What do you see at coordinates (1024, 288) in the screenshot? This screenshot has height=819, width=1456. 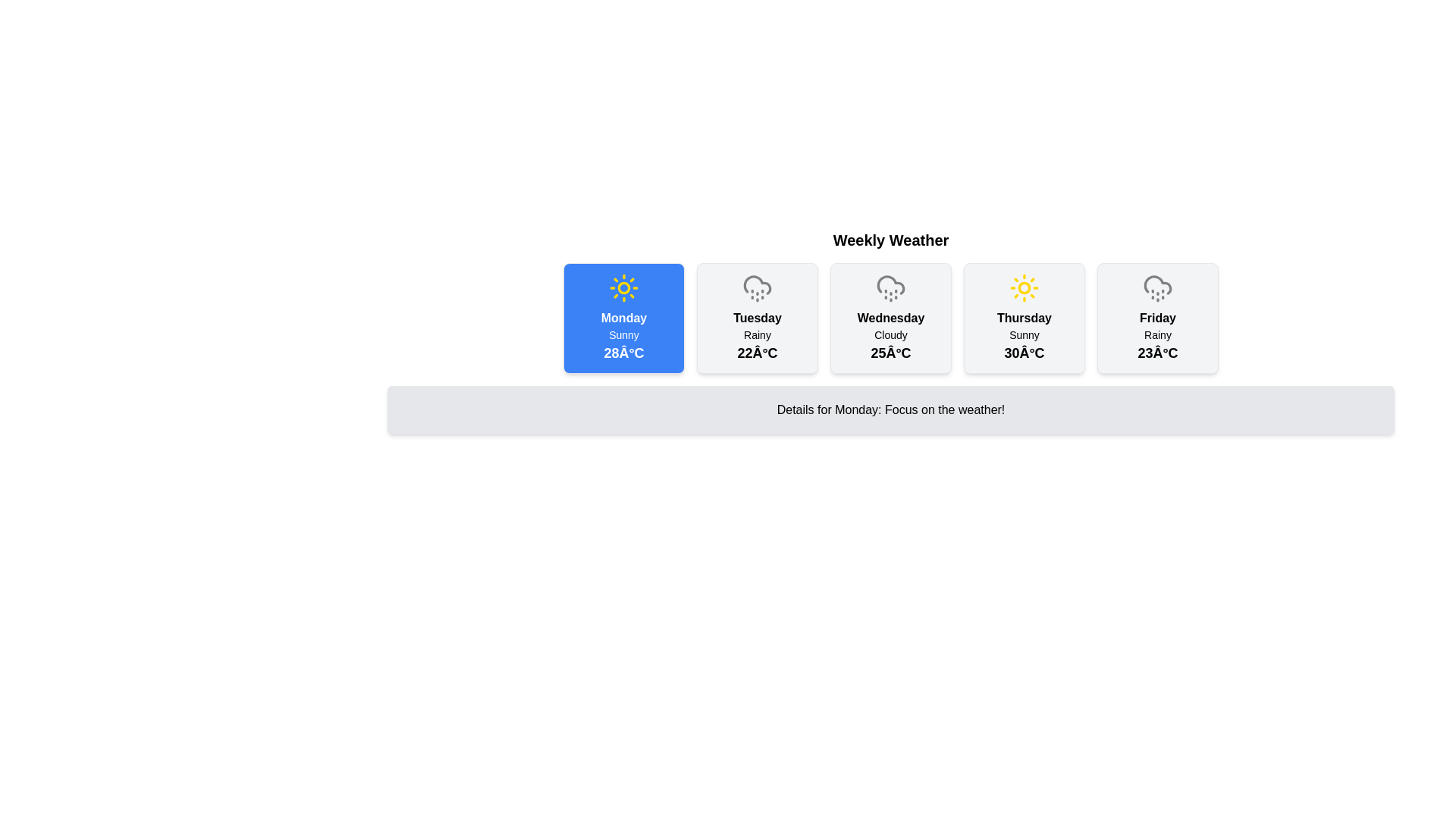 I see `the sun icon representing sunny weather, located centrally in the top row of the Thursday weather forecast card` at bounding box center [1024, 288].